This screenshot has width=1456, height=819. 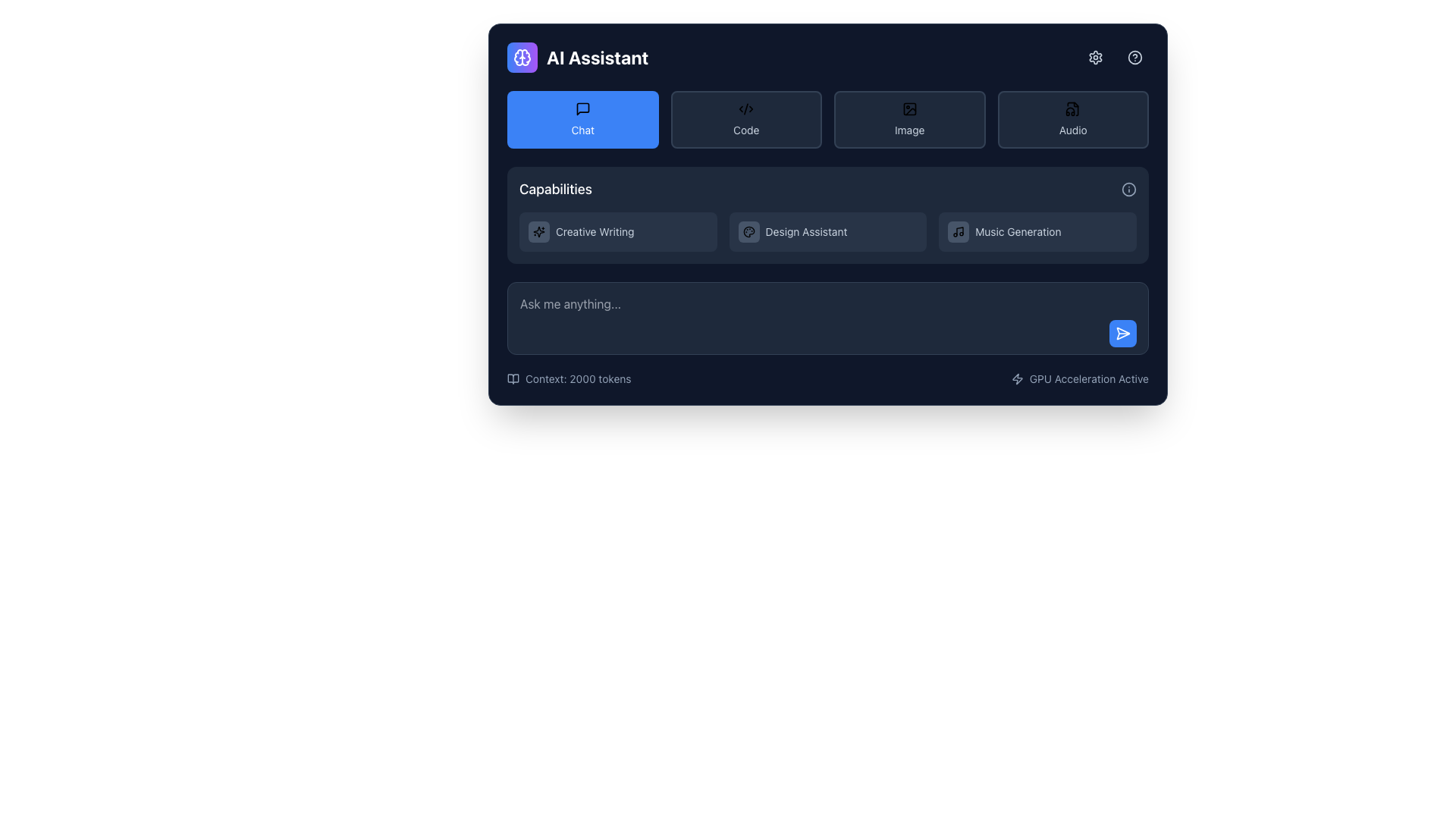 I want to click on properties of the 'Chat' text label that serves as a descriptor for the button, which is located in the top-left section of the interface, so click(x=582, y=130).